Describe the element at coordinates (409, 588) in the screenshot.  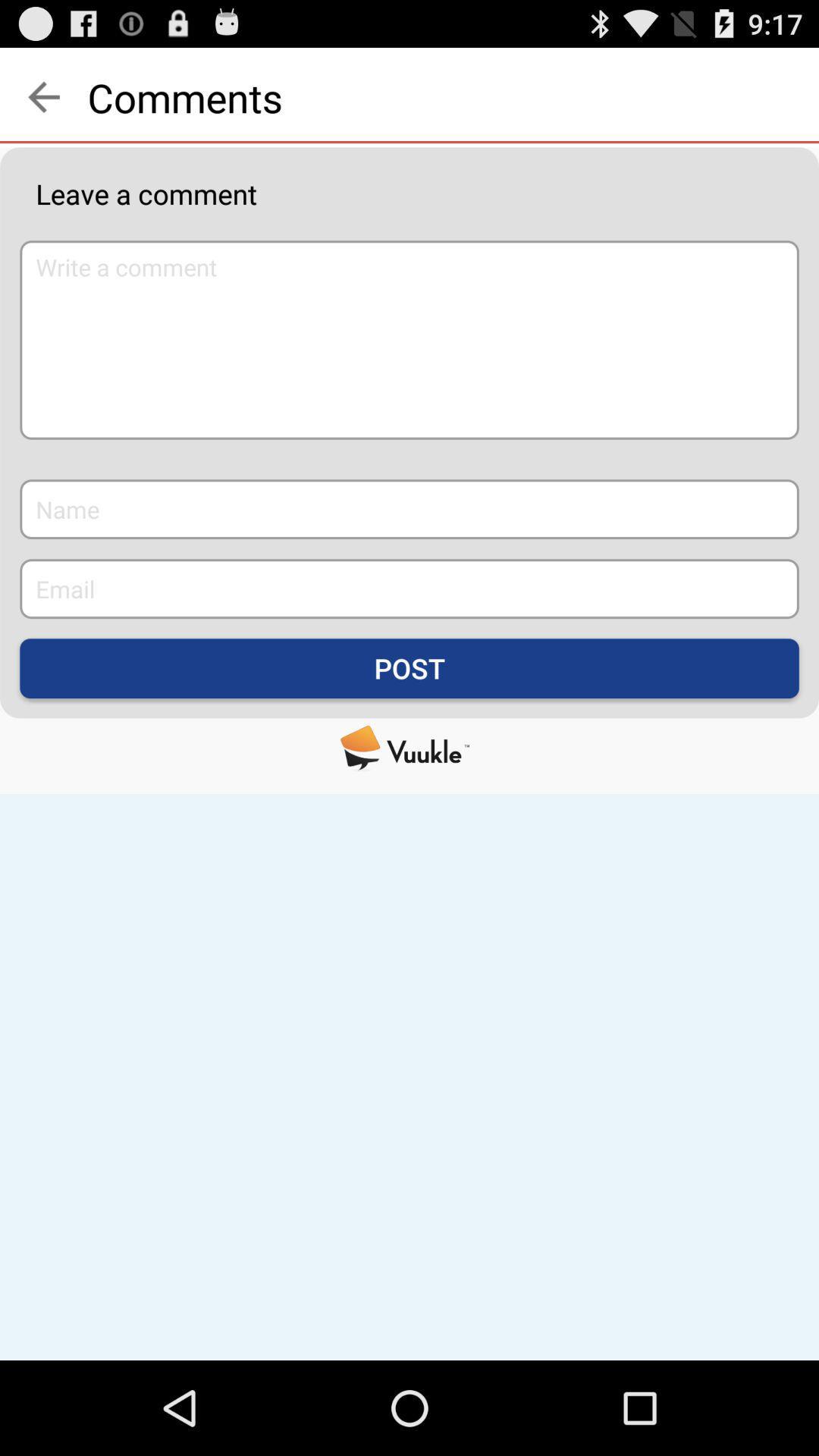
I see `the email box` at that location.